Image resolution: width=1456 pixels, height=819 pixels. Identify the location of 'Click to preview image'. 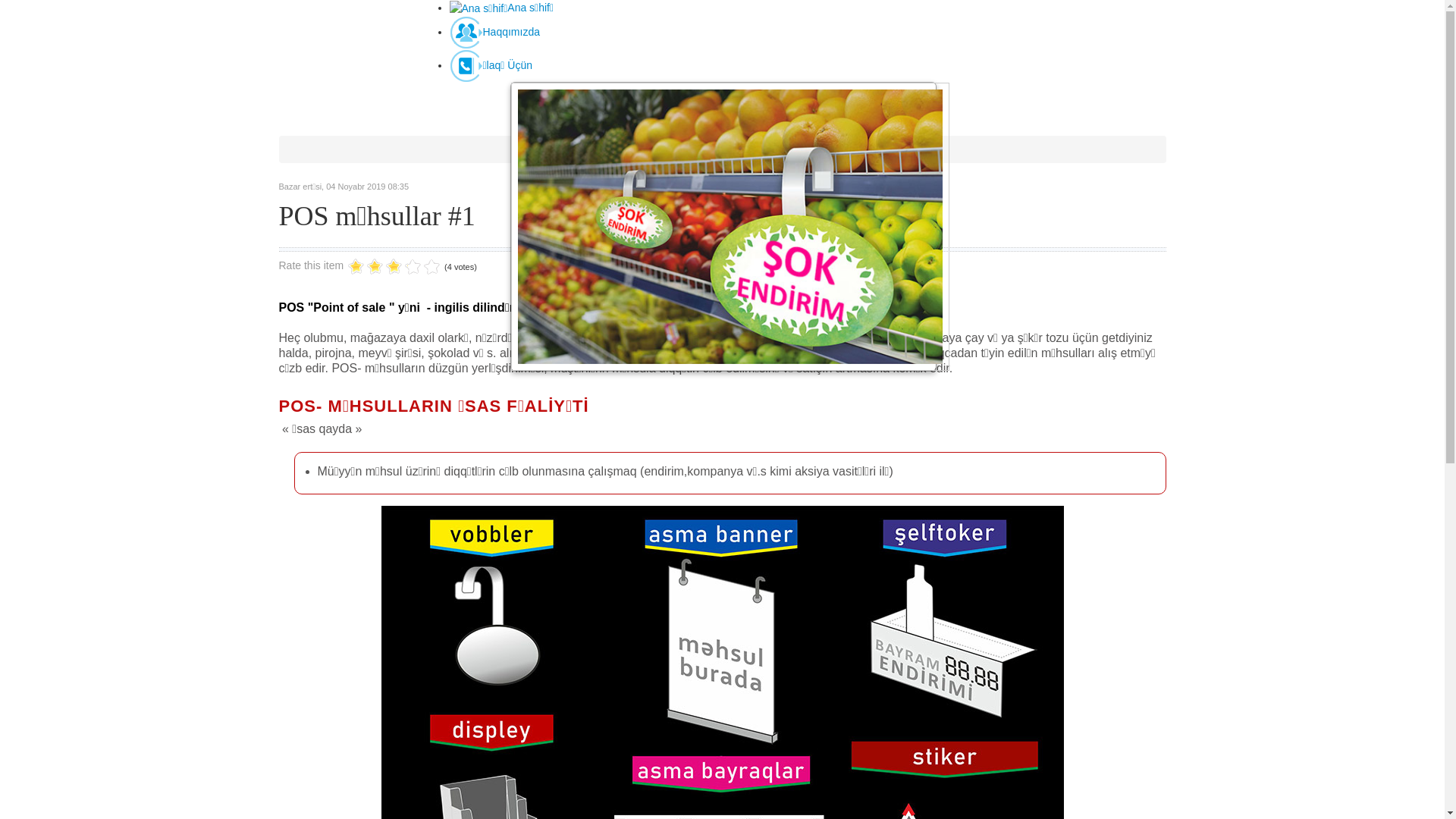
(722, 227).